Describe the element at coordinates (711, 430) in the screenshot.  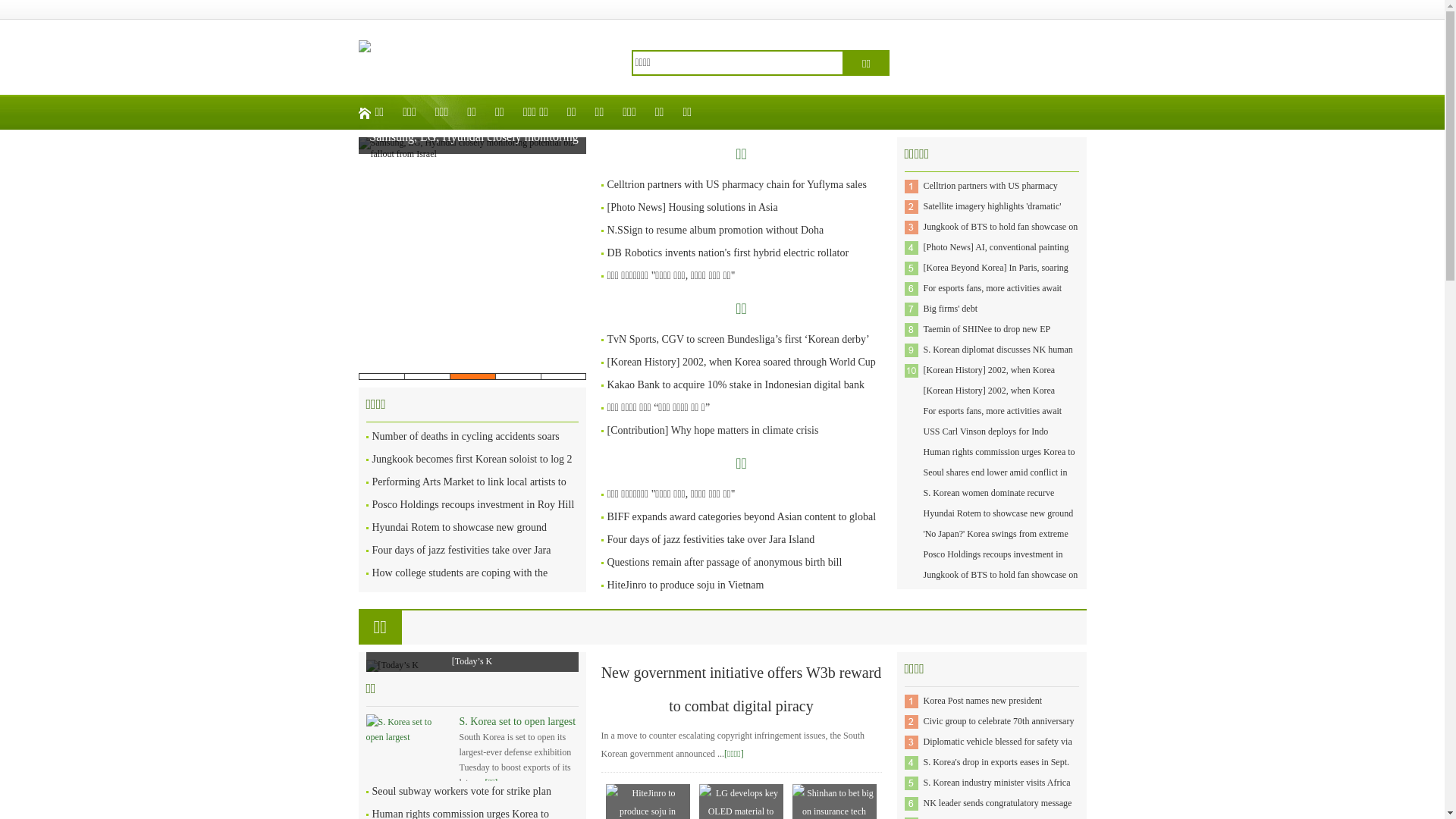
I see `'[Contribution] Why hope matters in climate crisis'` at that location.